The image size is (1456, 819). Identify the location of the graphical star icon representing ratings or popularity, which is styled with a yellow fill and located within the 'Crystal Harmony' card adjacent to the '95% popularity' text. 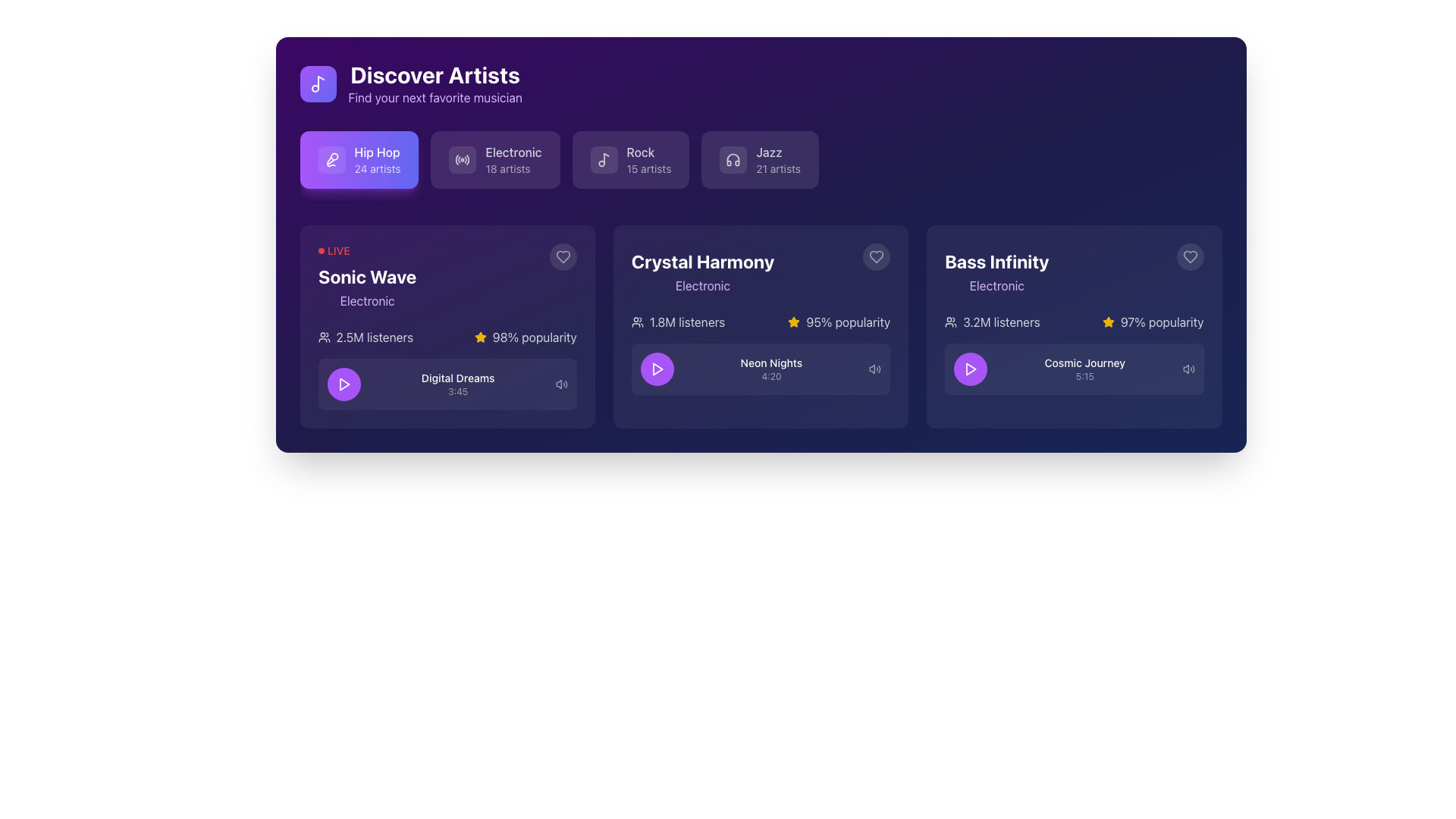
(793, 321).